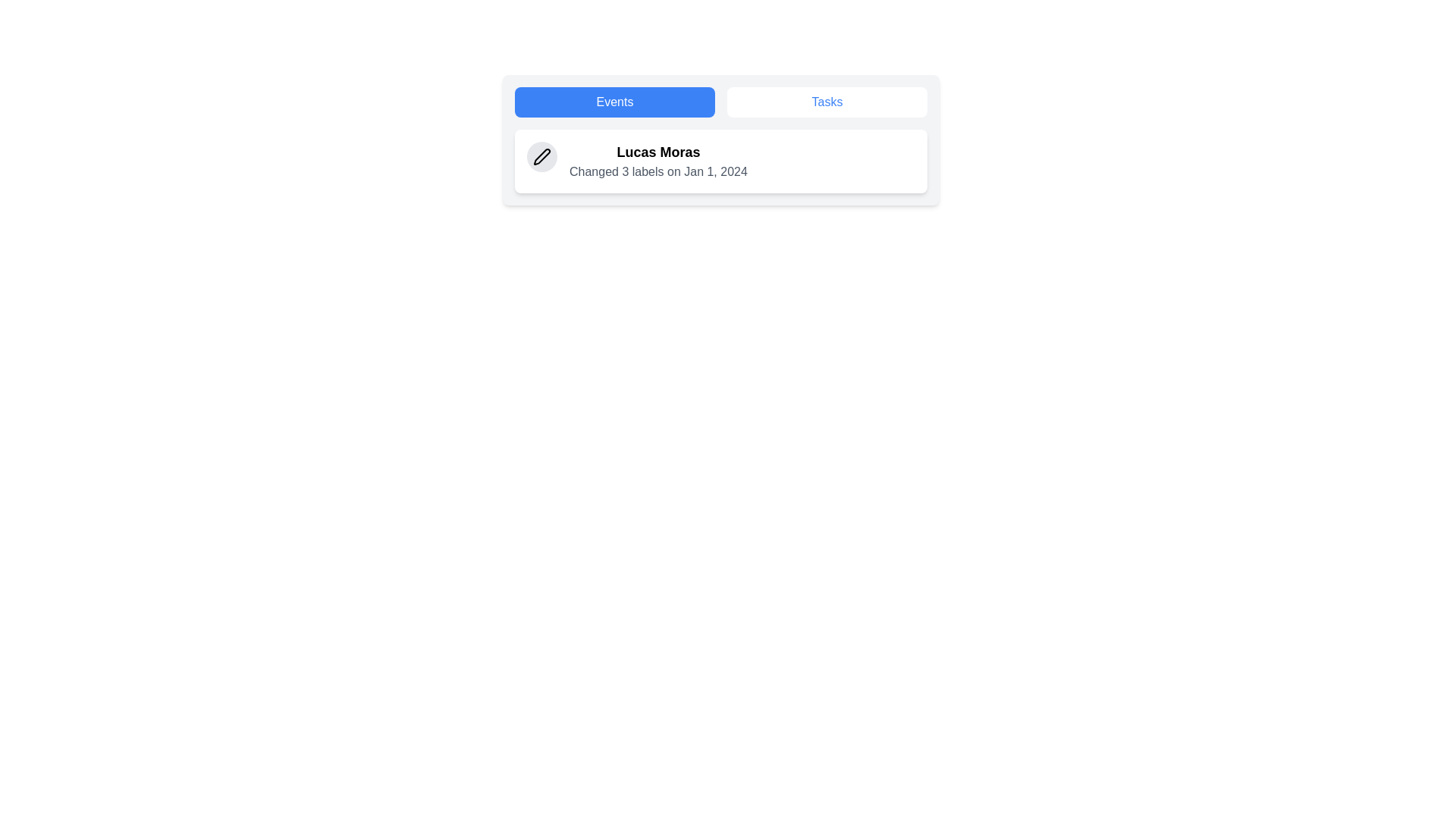 The height and width of the screenshot is (819, 1456). I want to click on the 'Tasks' button located to the right of the 'Events' button, so click(826, 102).